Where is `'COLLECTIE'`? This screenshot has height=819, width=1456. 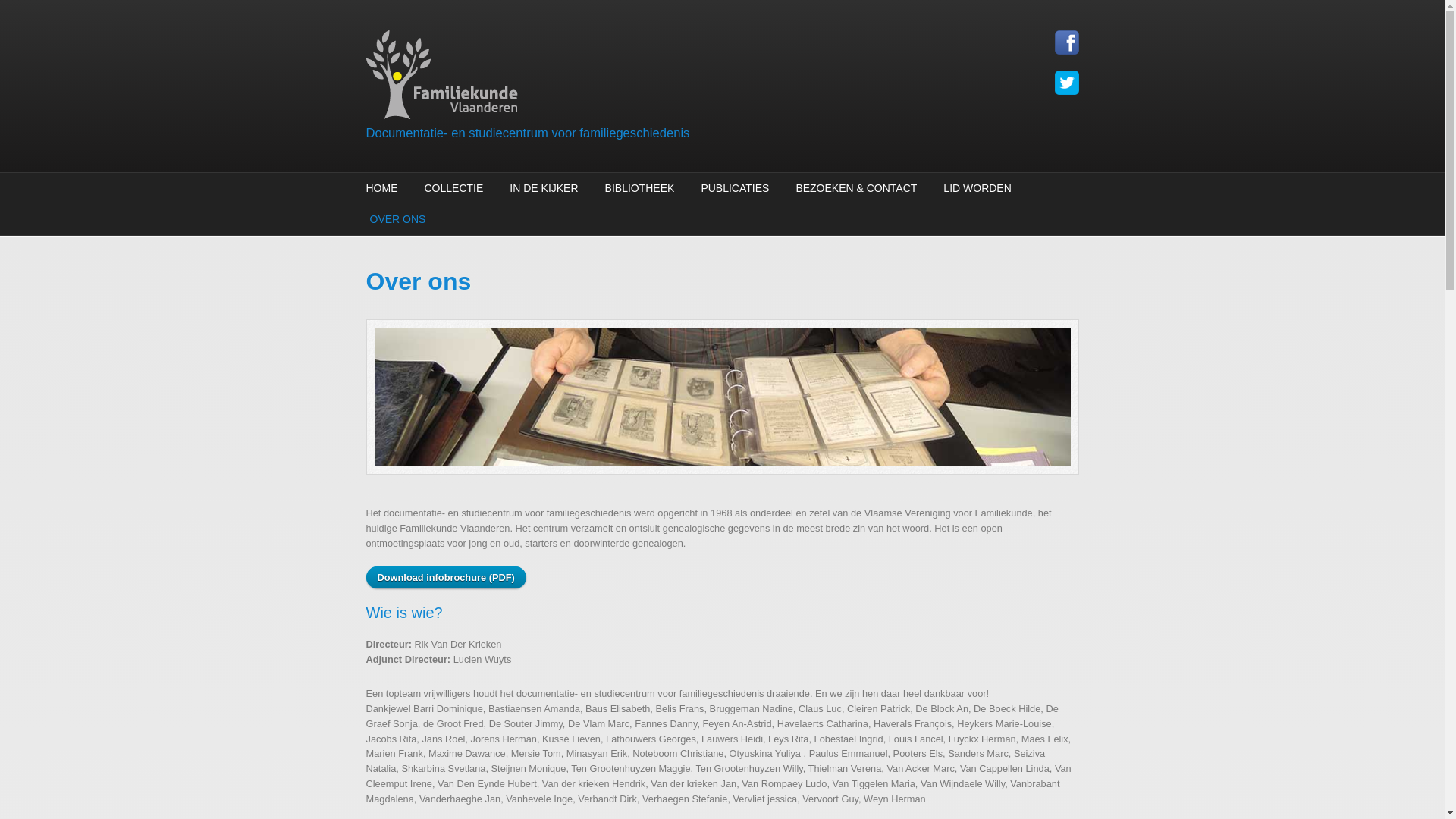 'COLLECTIE' is located at coordinates (453, 187).